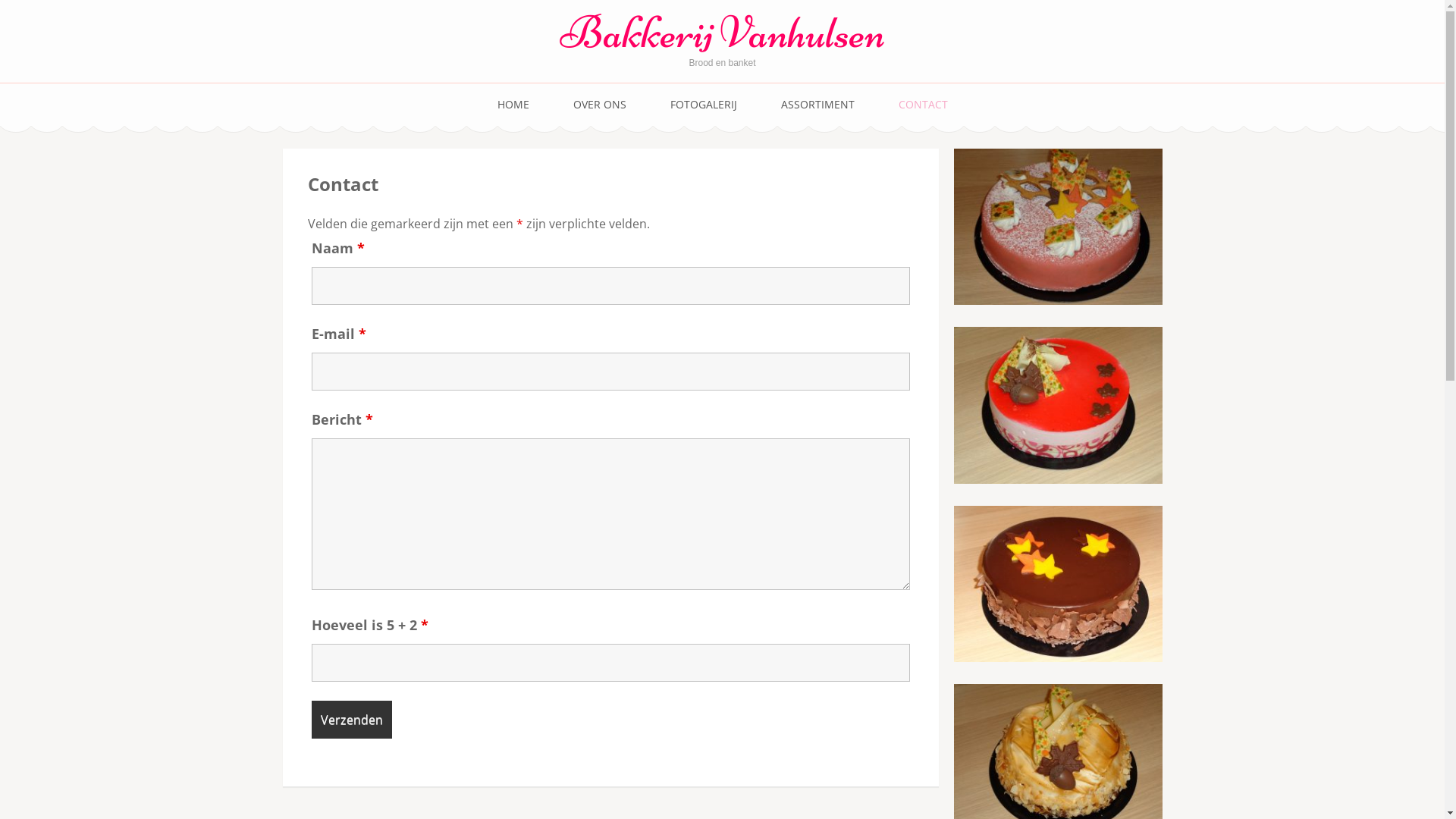 The height and width of the screenshot is (819, 1456). What do you see at coordinates (350, 718) in the screenshot?
I see `'Verzenden'` at bounding box center [350, 718].